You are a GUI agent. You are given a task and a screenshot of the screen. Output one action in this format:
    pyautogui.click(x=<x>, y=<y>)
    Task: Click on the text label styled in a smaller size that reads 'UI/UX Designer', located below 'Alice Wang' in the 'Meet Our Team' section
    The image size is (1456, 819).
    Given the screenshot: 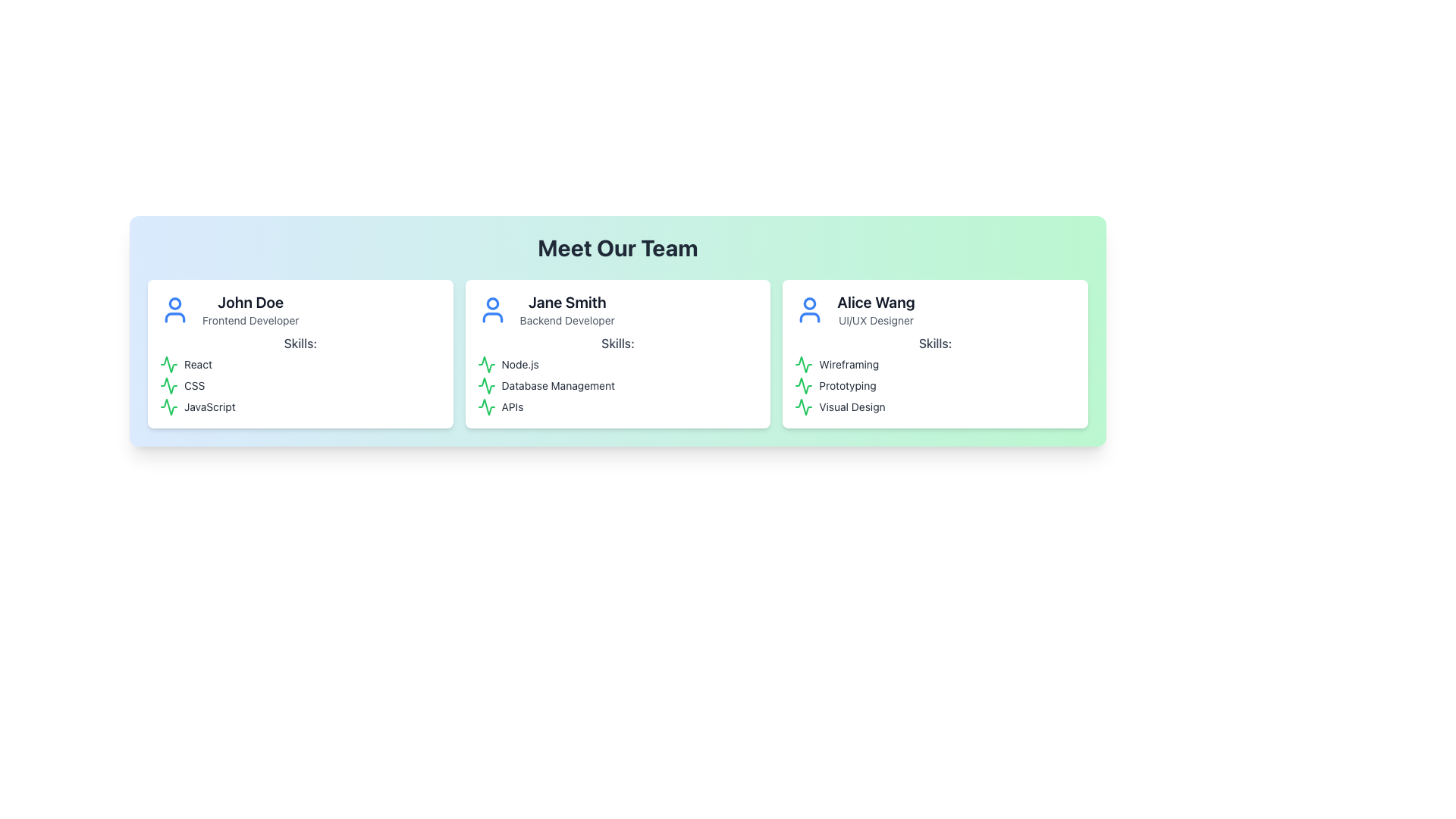 What is the action you would take?
    pyautogui.click(x=876, y=320)
    